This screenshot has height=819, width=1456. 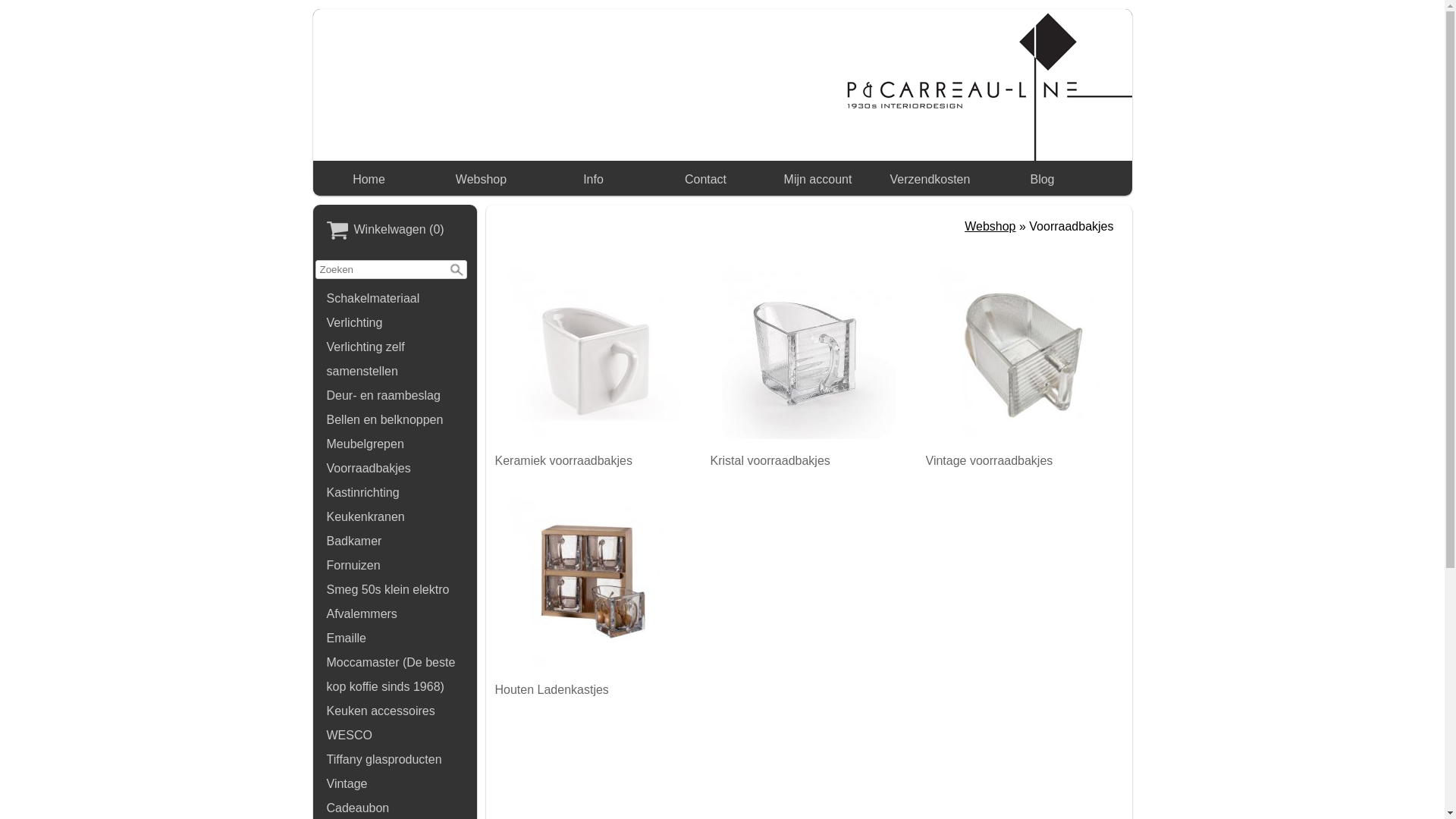 I want to click on 'Deur- en raambeslag', so click(x=315, y=394).